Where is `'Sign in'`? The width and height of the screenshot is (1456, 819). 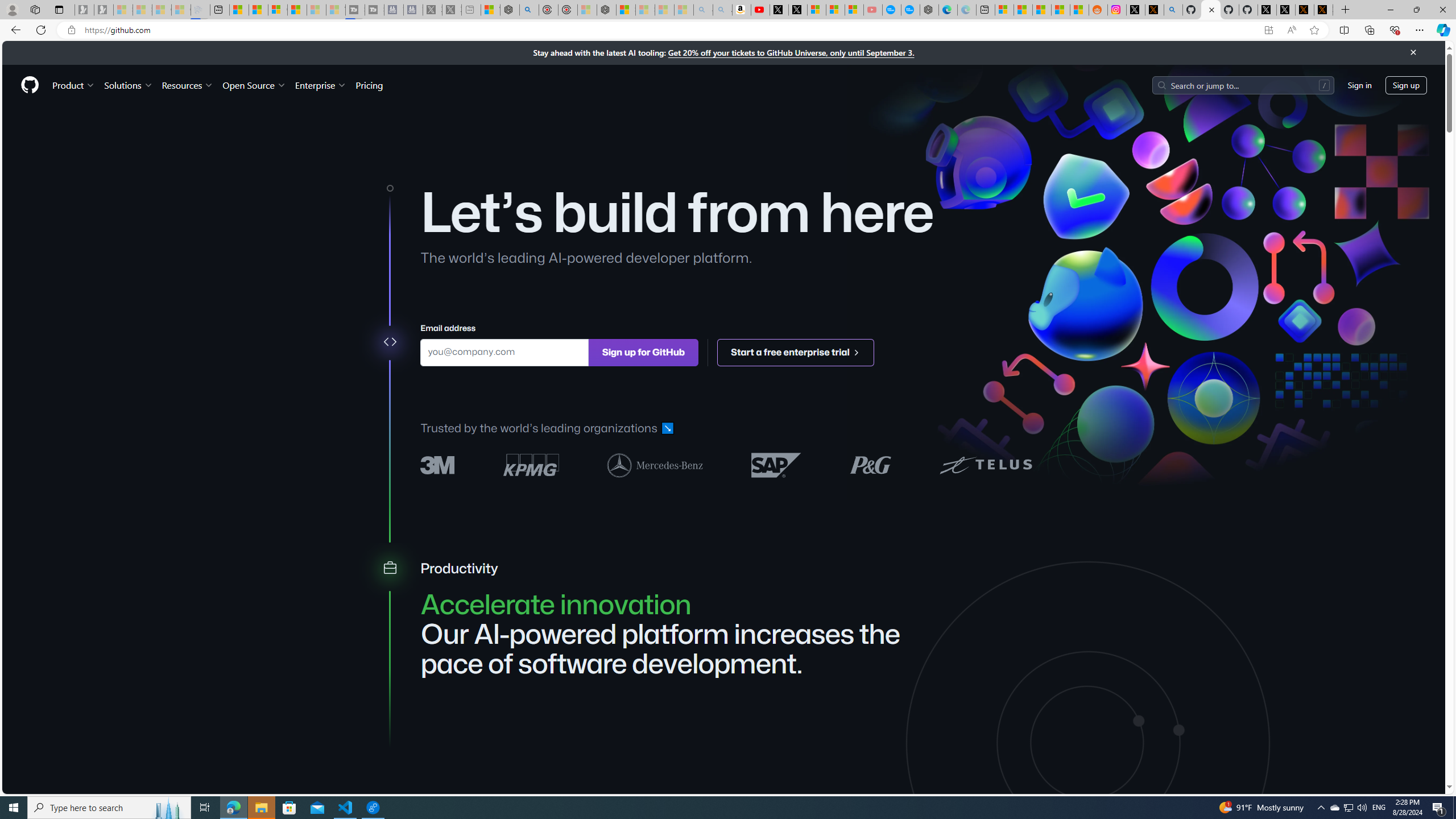
'Sign in' is located at coordinates (1359, 85).